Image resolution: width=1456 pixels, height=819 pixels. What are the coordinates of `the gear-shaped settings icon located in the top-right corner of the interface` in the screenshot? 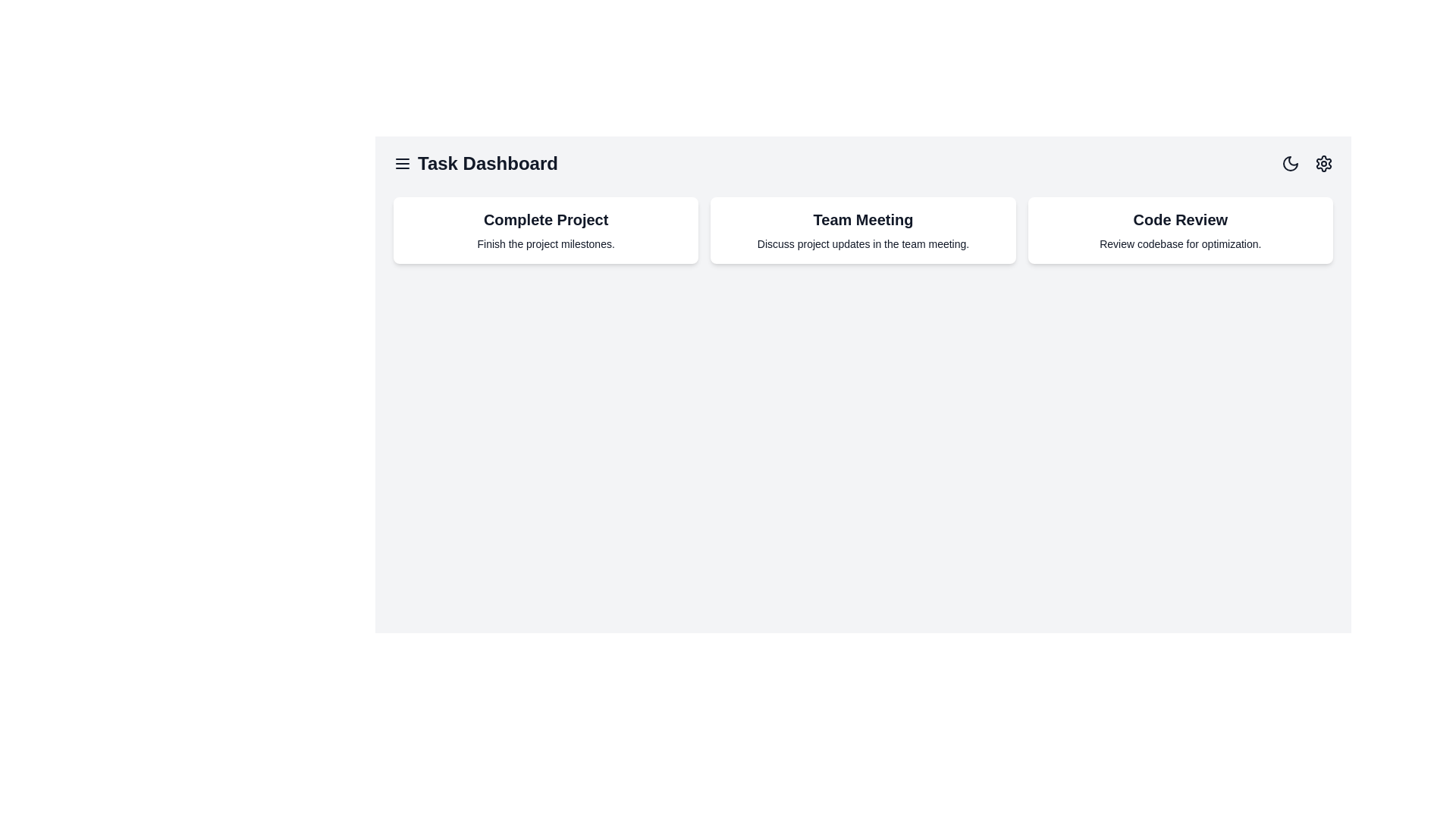 It's located at (1323, 164).